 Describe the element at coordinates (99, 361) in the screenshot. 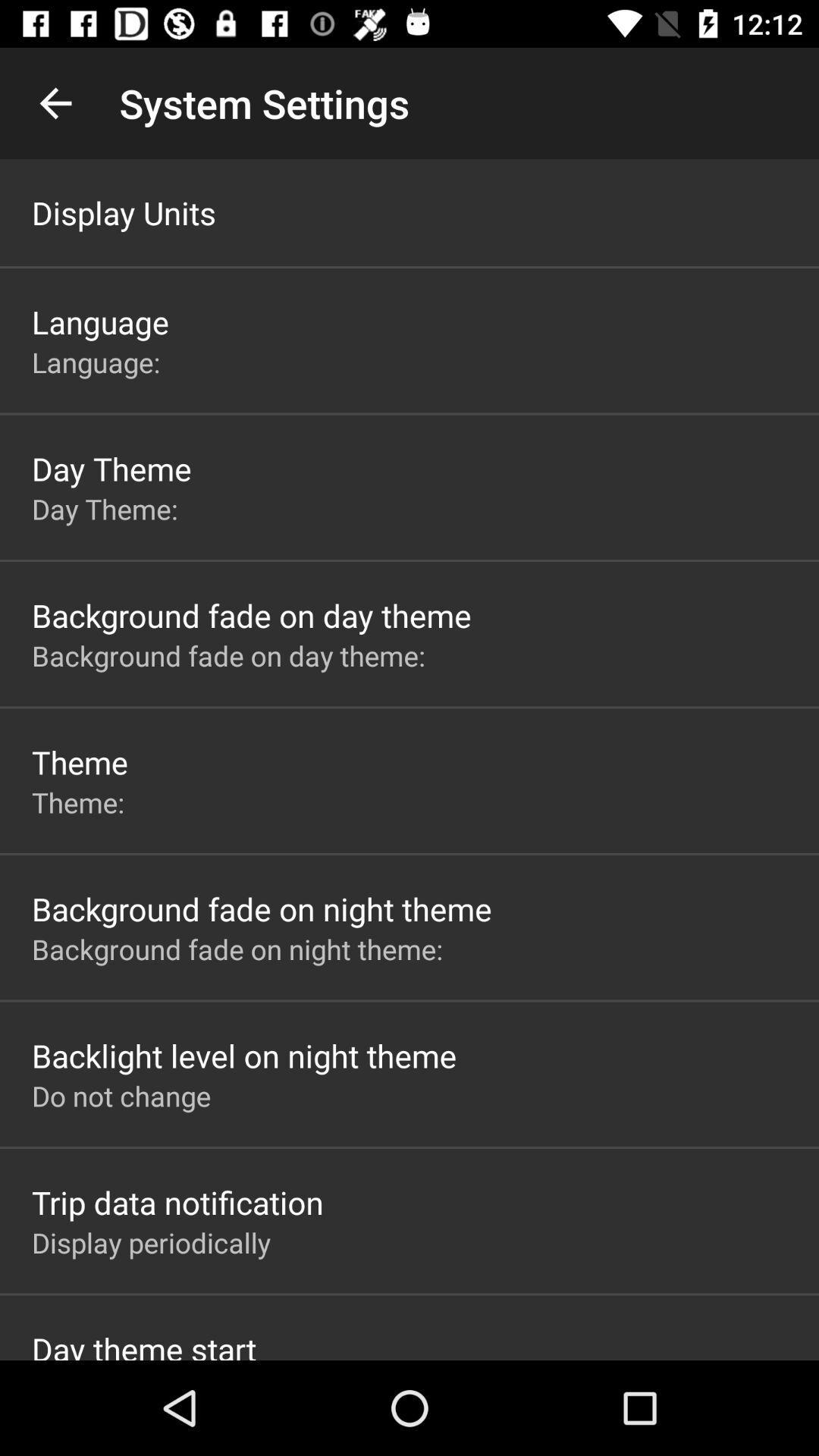

I see `the language:  item` at that location.